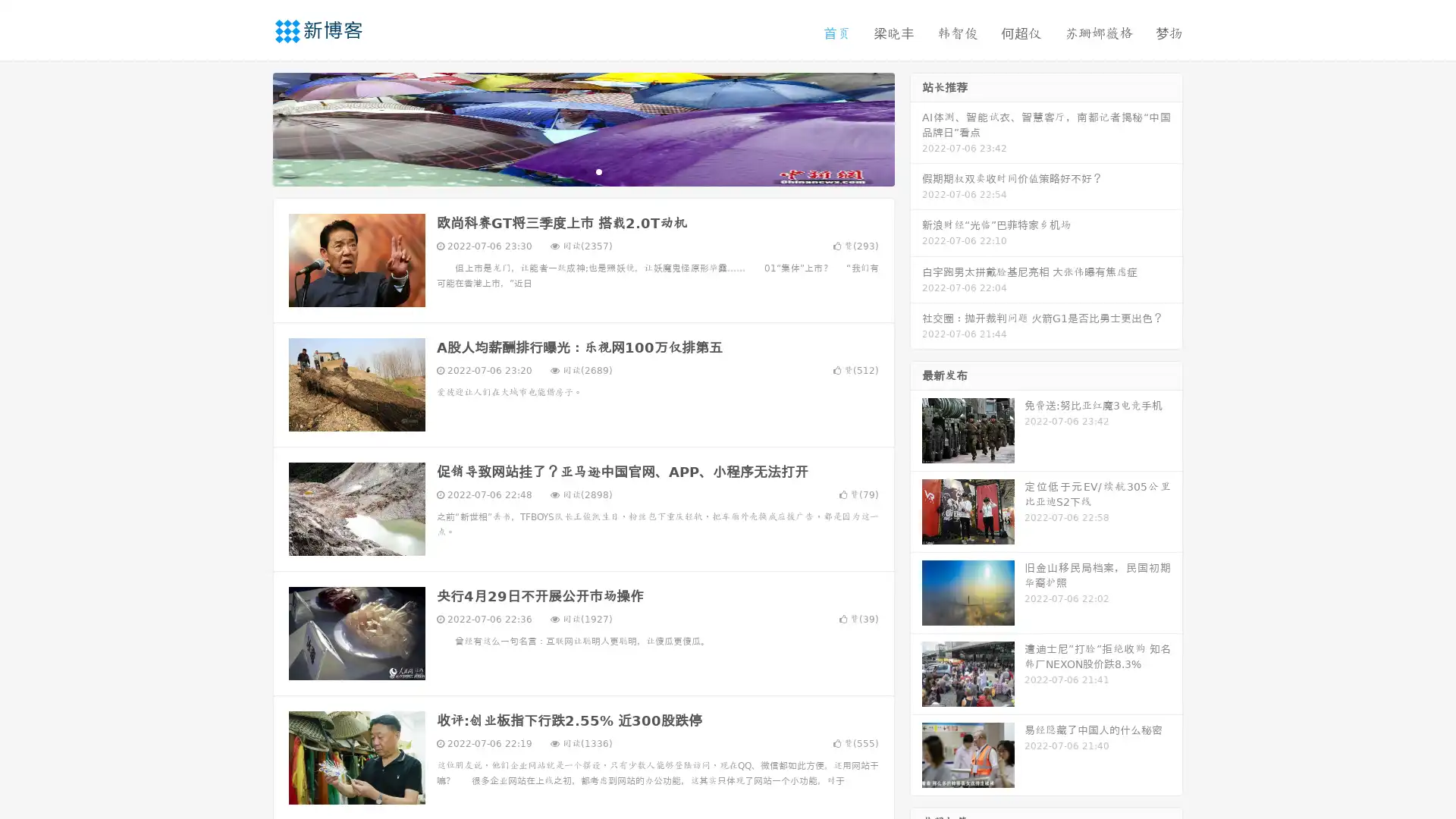 The width and height of the screenshot is (1456, 819). What do you see at coordinates (567, 171) in the screenshot?
I see `Go to slide 1` at bounding box center [567, 171].